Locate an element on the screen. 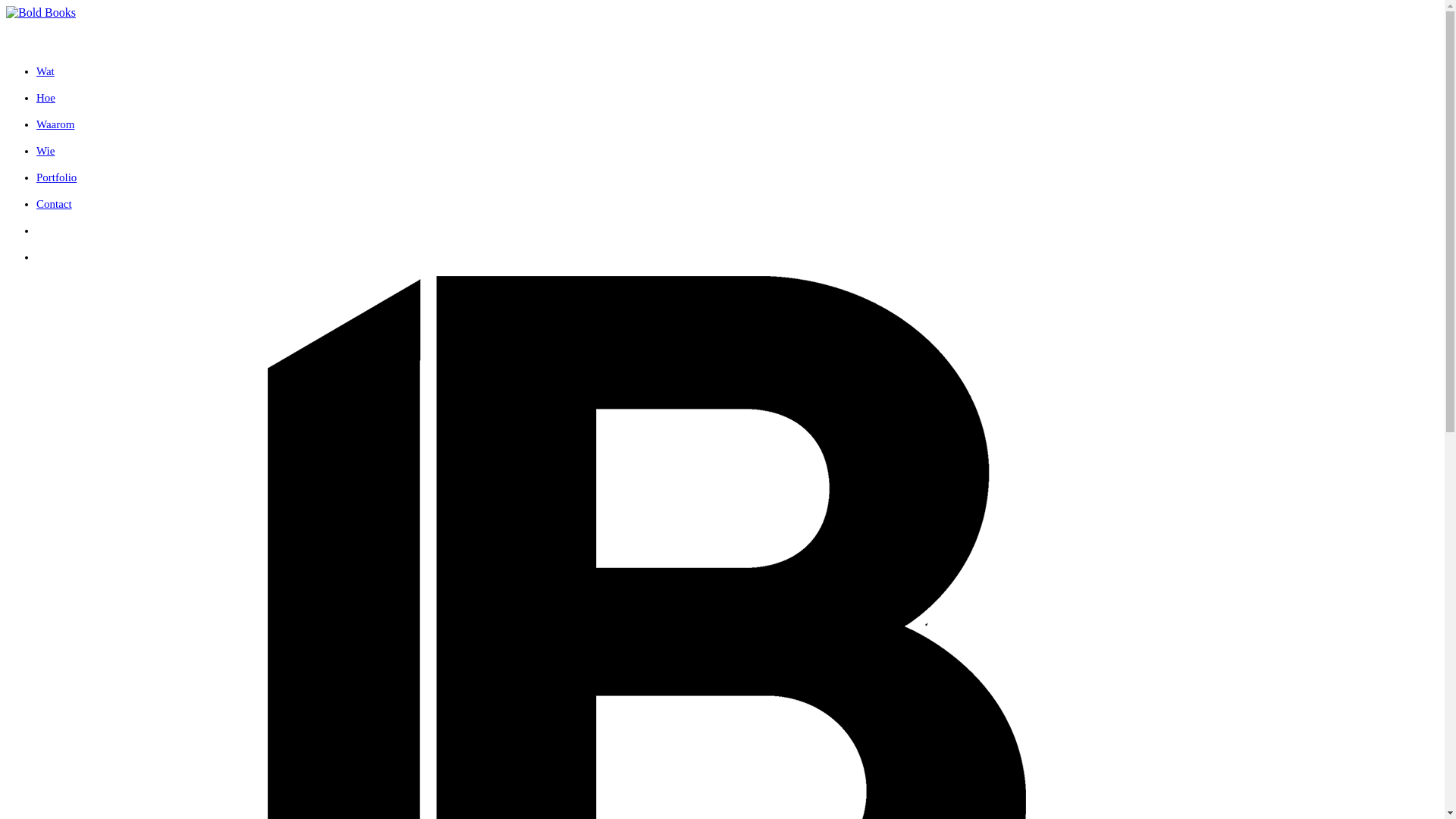 The image size is (1456, 819). 'Hoe' is located at coordinates (45, 97).